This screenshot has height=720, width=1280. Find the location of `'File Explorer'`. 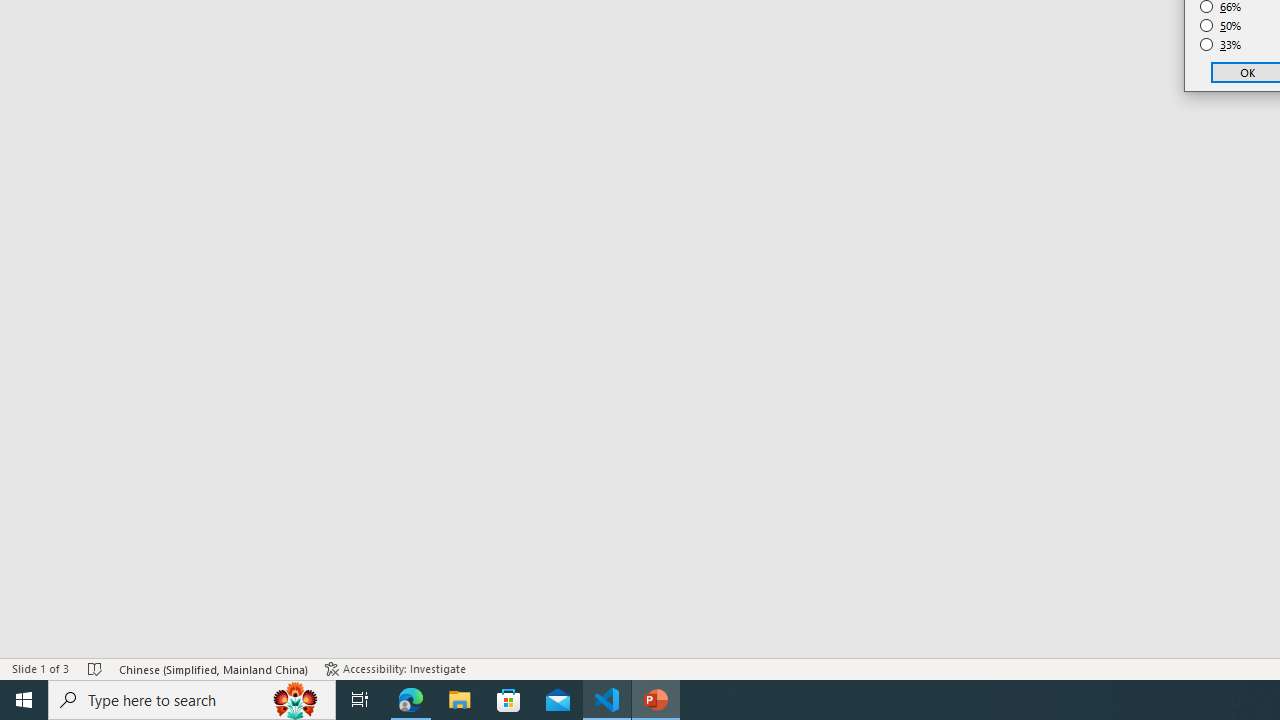

'File Explorer' is located at coordinates (459, 698).